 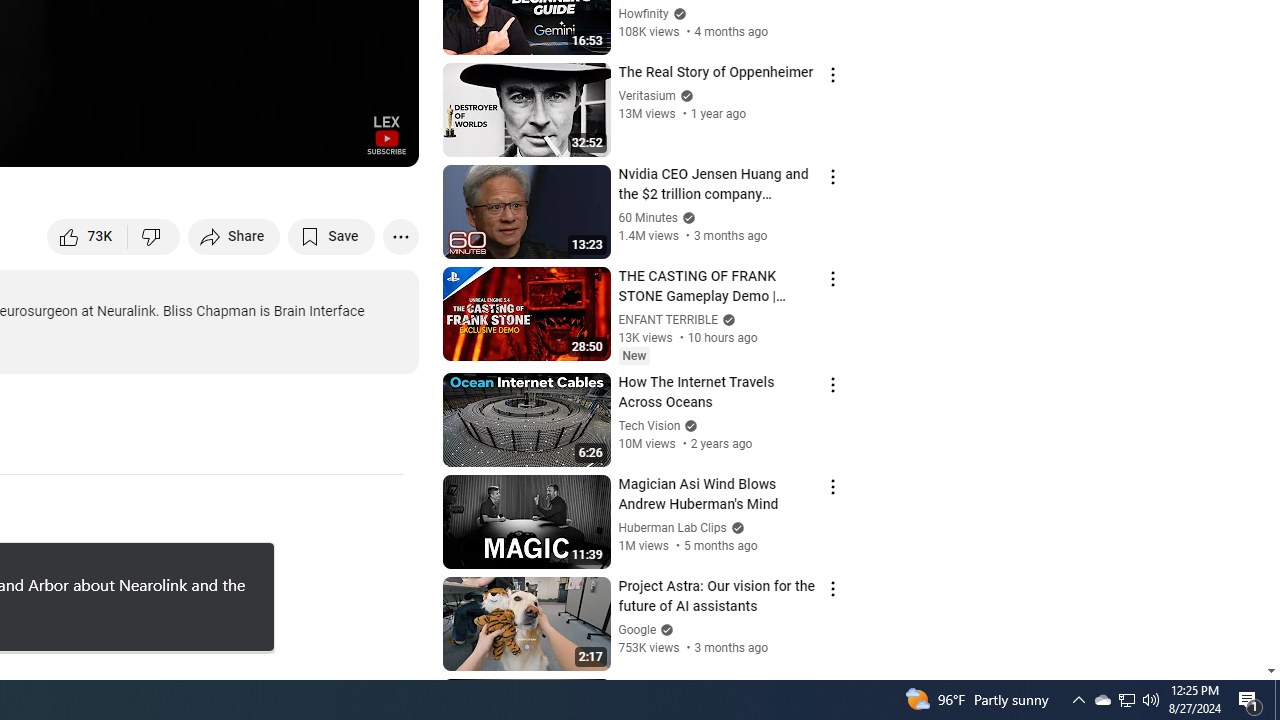 What do you see at coordinates (334, 141) in the screenshot?
I see `'Theater mode (t)'` at bounding box center [334, 141].